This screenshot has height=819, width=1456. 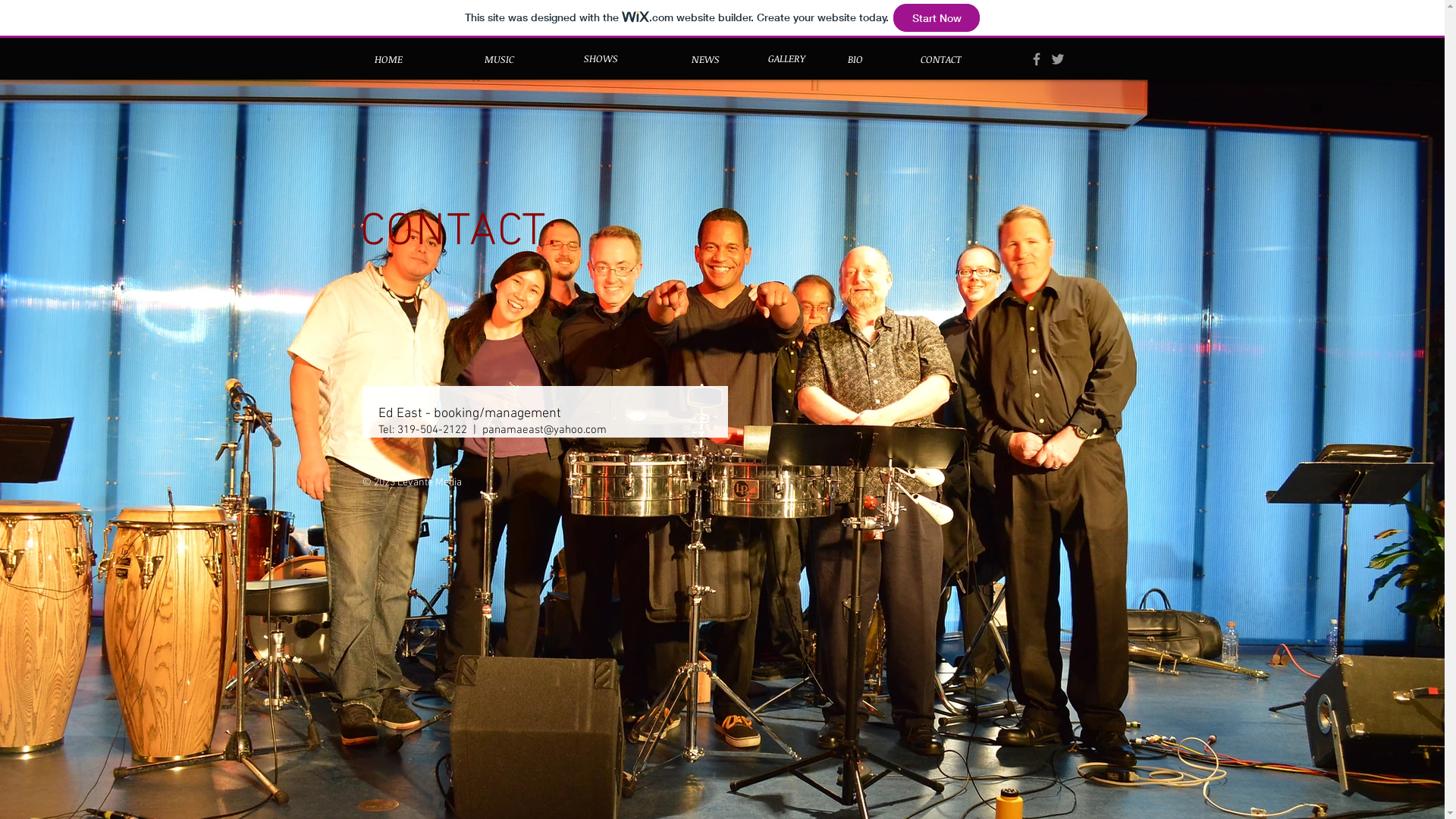 What do you see at coordinates (939, 58) in the screenshot?
I see `'CONTACT'` at bounding box center [939, 58].